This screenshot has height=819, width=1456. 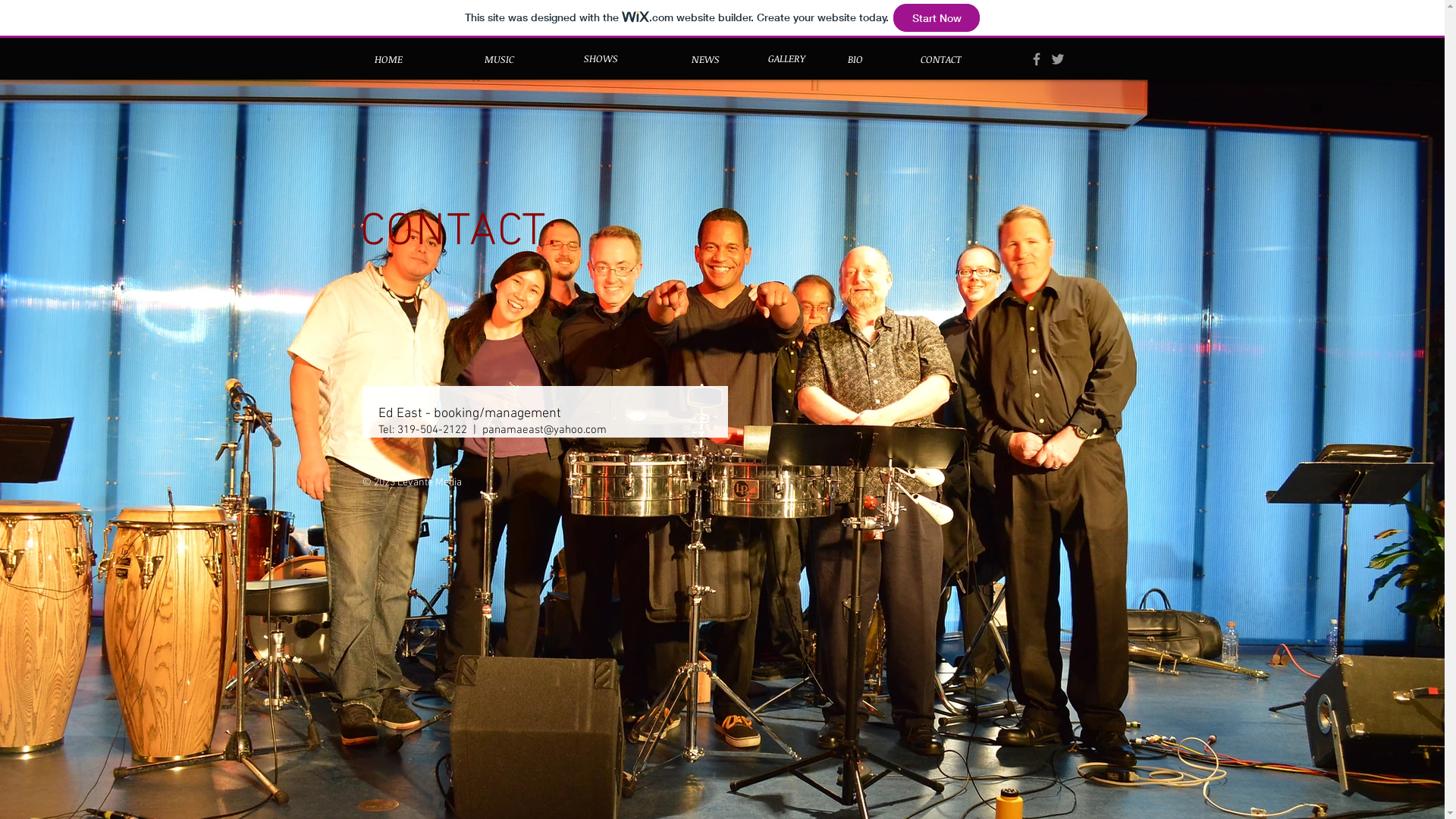 What do you see at coordinates (939, 58) in the screenshot?
I see `'CONTACT'` at bounding box center [939, 58].